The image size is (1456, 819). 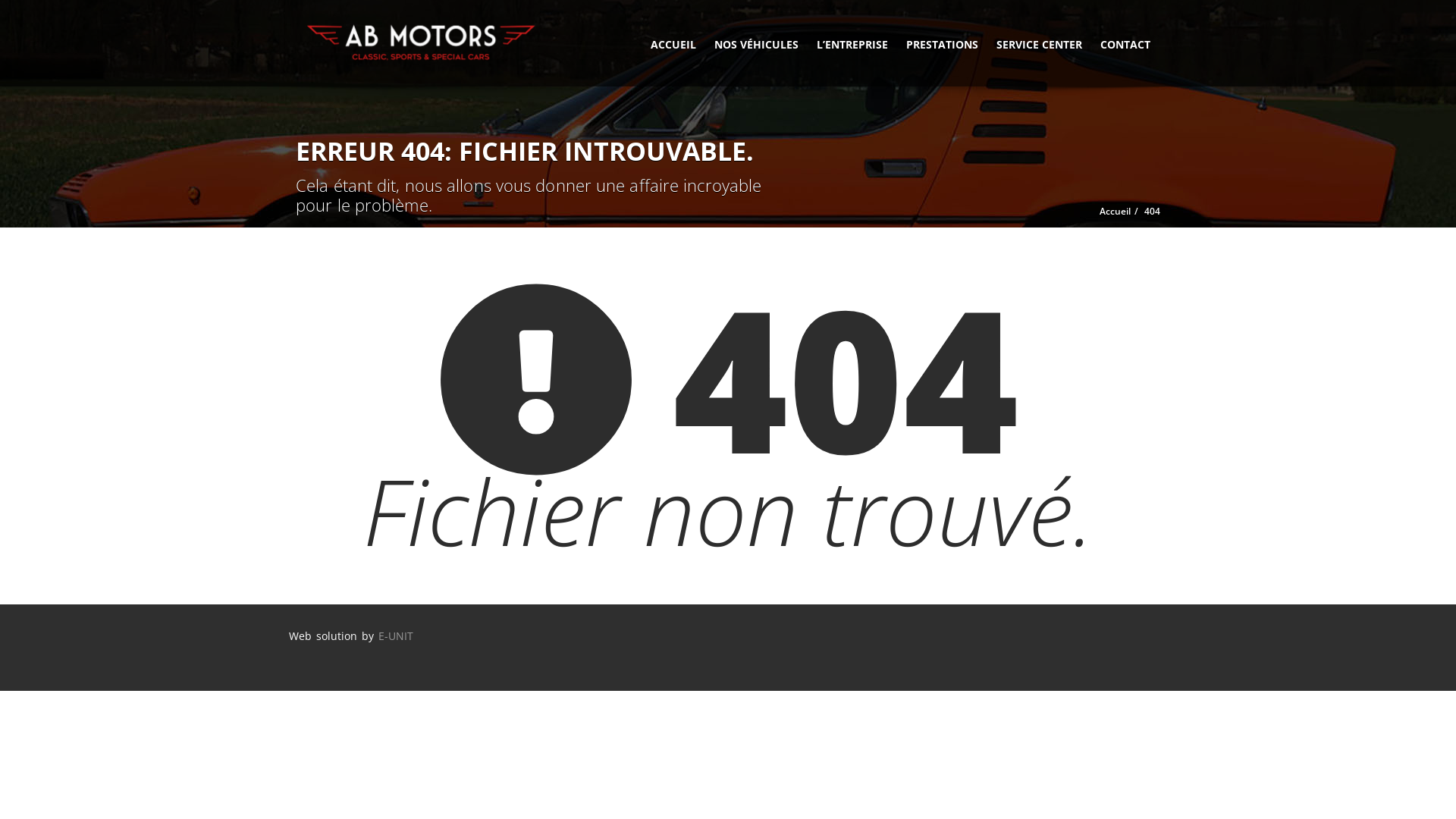 I want to click on 'SERVICE CENTER', so click(x=1038, y=42).